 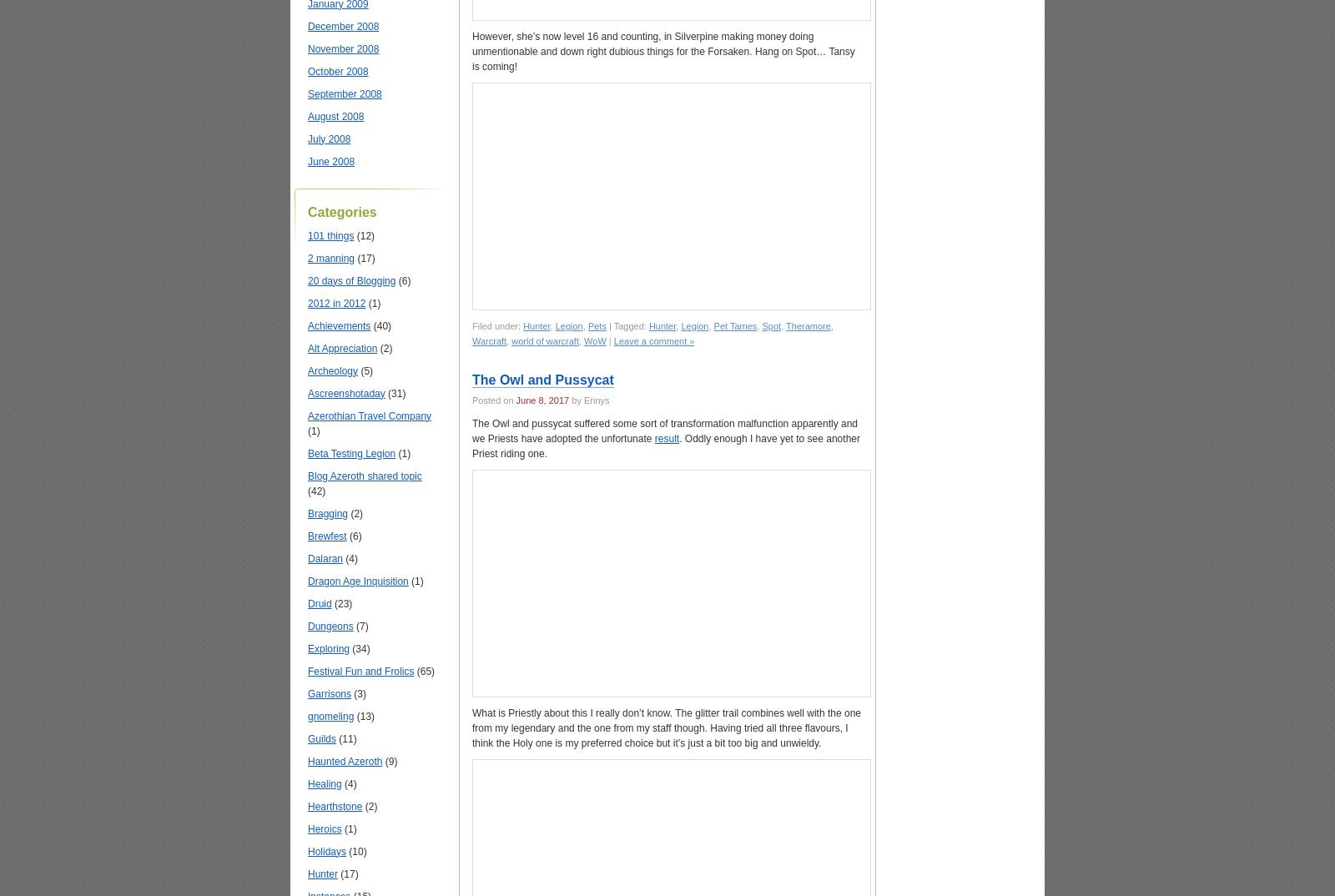 What do you see at coordinates (307, 348) in the screenshot?
I see `'Alt Appreciation'` at bounding box center [307, 348].